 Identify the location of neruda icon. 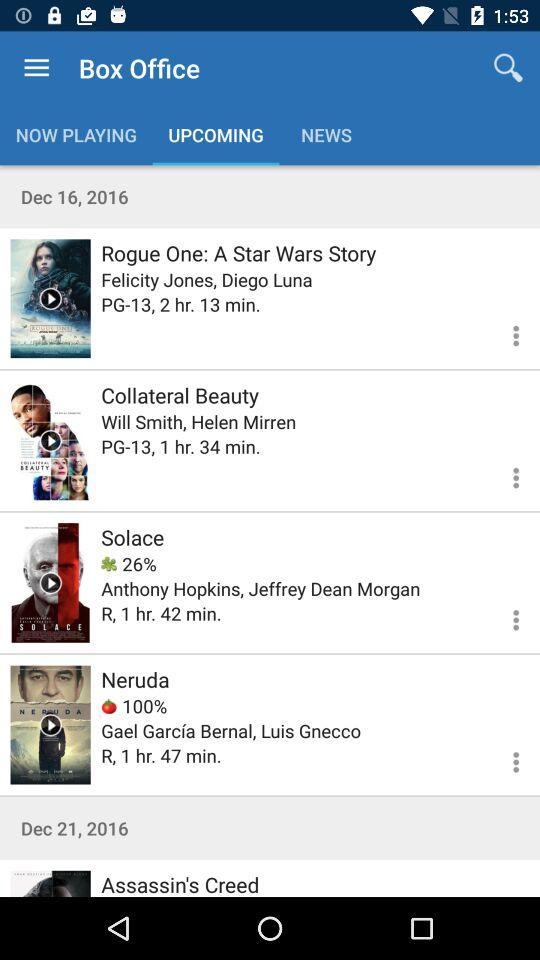
(135, 679).